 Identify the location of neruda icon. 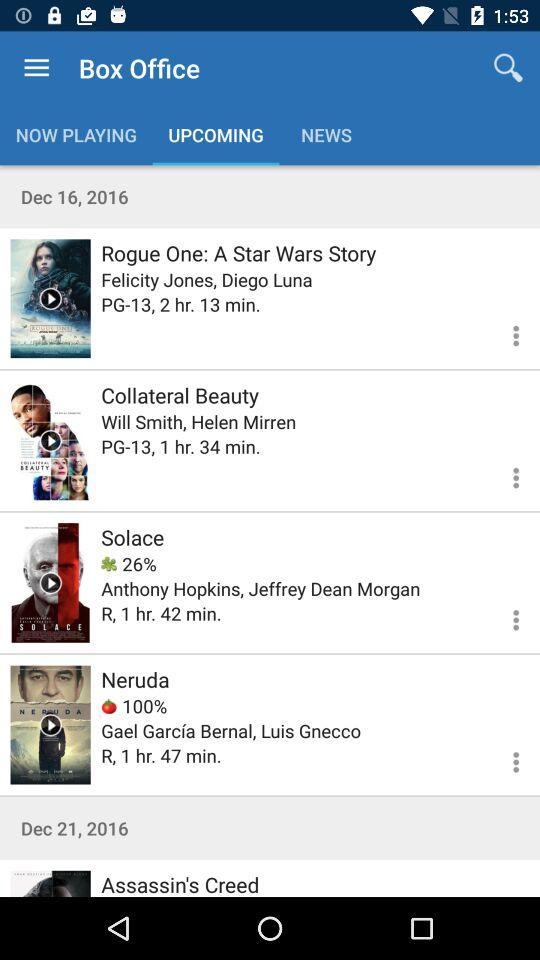
(135, 679).